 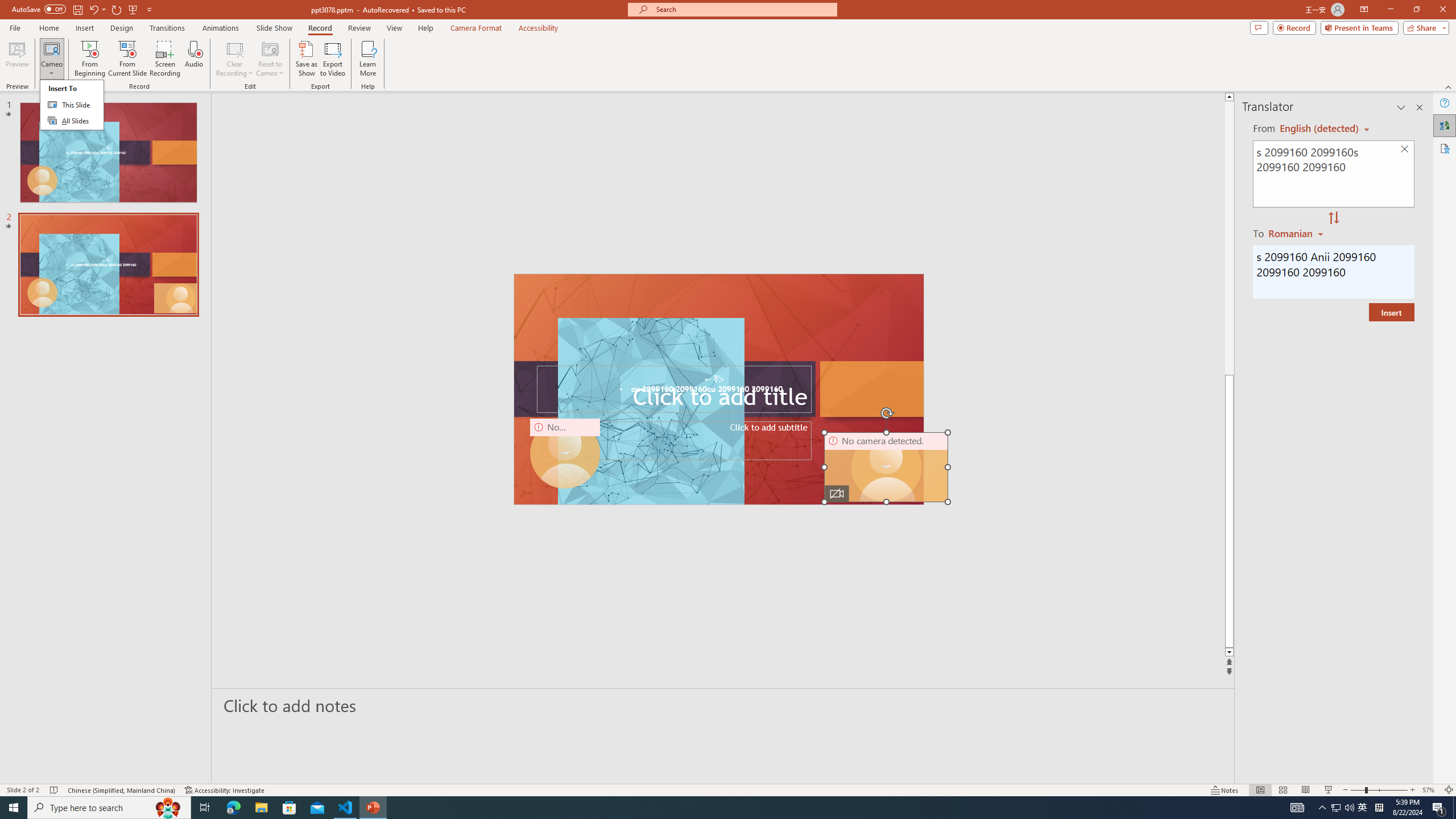 What do you see at coordinates (306, 59) in the screenshot?
I see `'Save as Show'` at bounding box center [306, 59].